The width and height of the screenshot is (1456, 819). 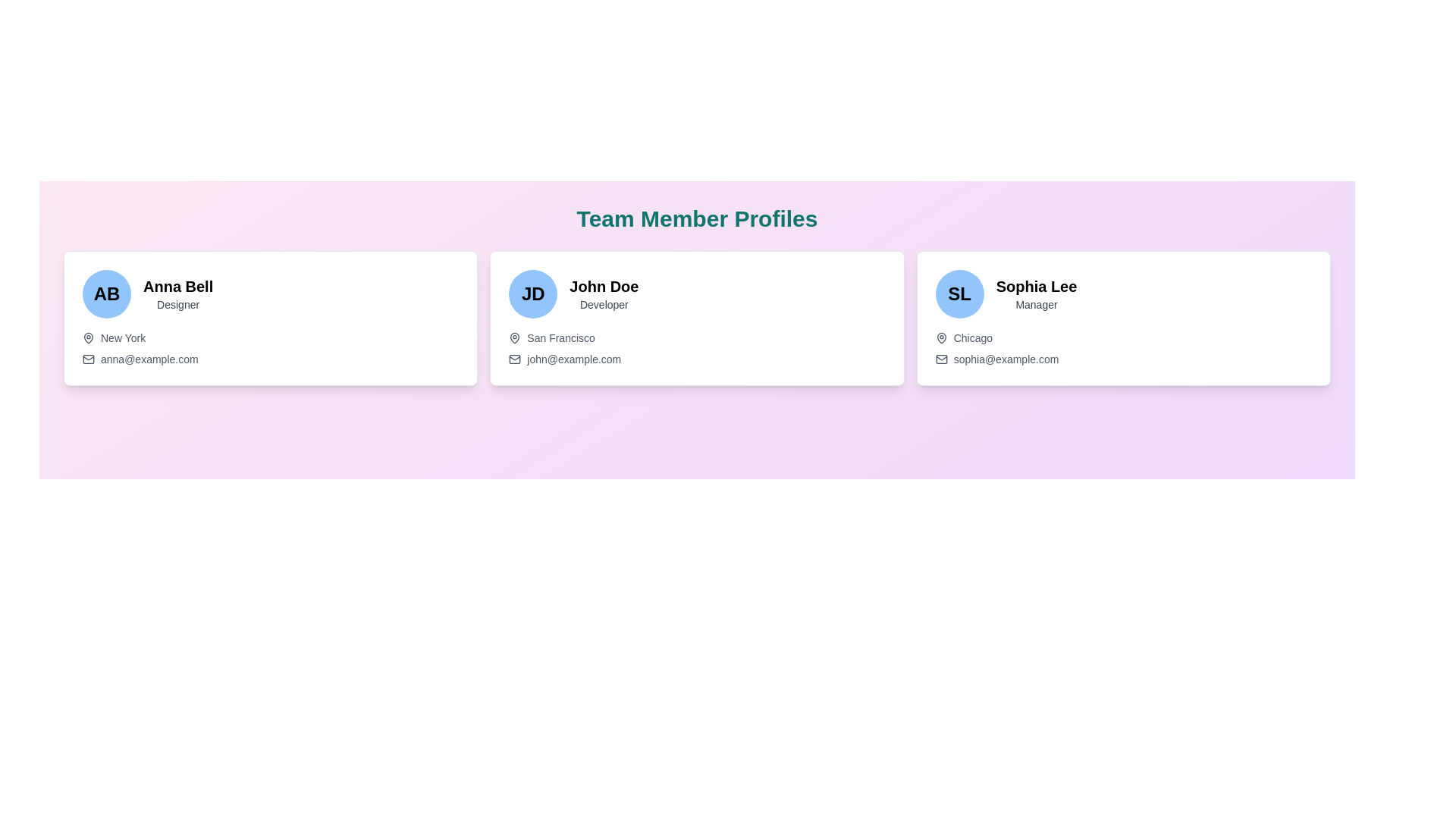 I want to click on the avatar representing the user 'John Doe' located at the top-left corner of the profile card, which displays his initials, so click(x=533, y=294).